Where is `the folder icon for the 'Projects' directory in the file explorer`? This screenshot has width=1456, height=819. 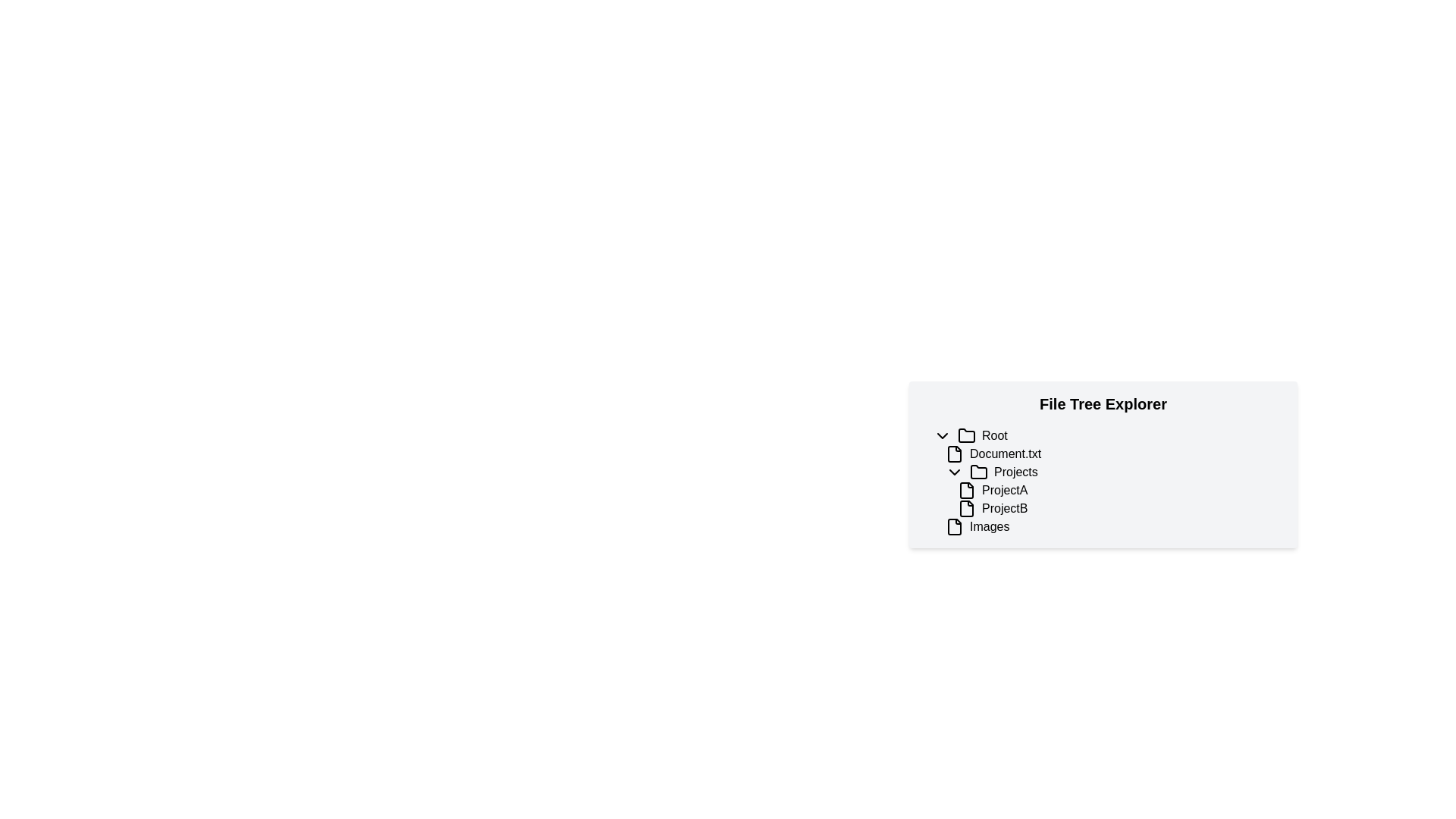
the folder icon for the 'Projects' directory in the file explorer is located at coordinates (979, 471).